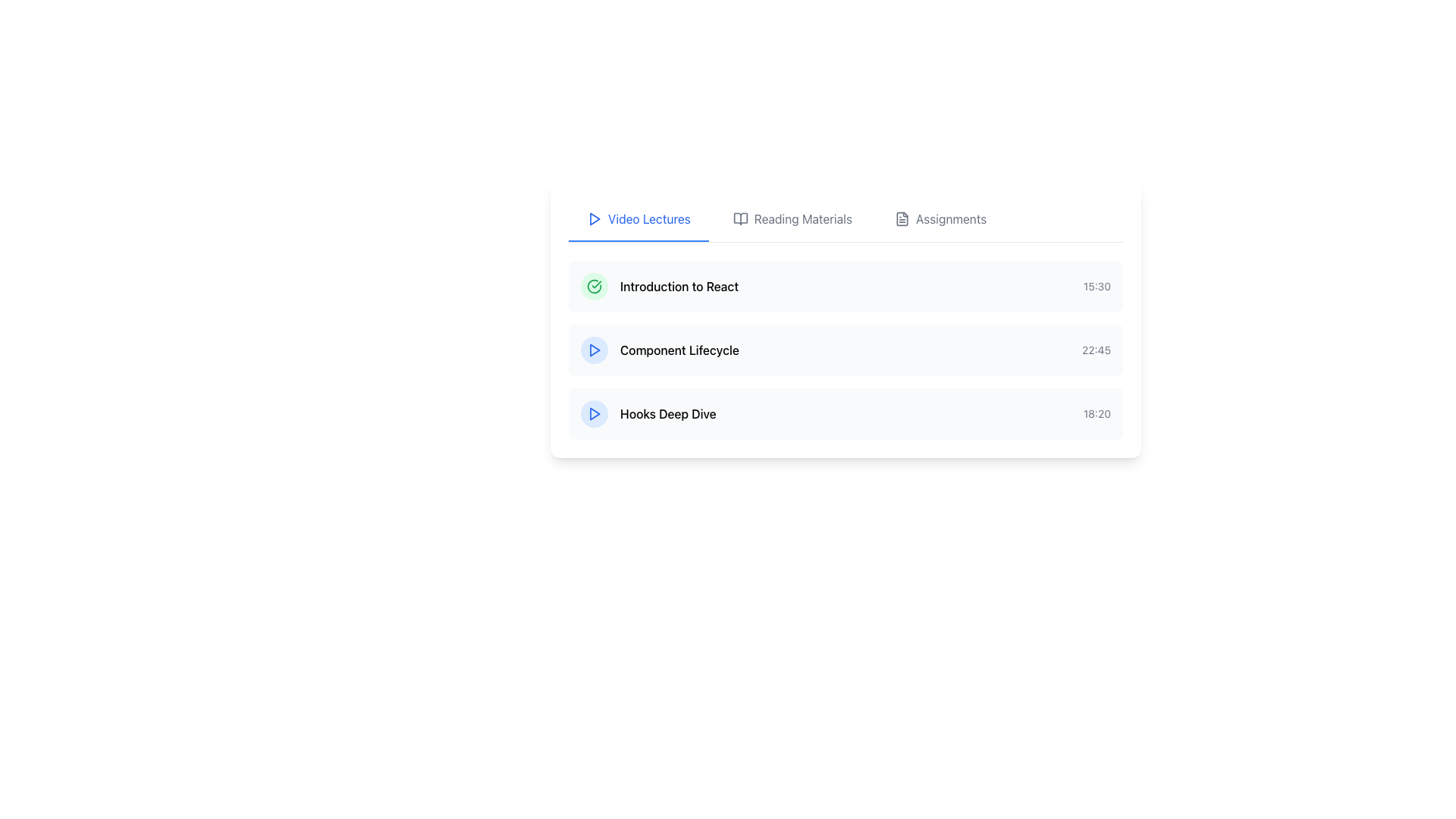 The height and width of the screenshot is (819, 1456). What do you see at coordinates (659, 287) in the screenshot?
I see `the text label 'Introduction to React' located in the first row of the 'Video Lectures' section` at bounding box center [659, 287].